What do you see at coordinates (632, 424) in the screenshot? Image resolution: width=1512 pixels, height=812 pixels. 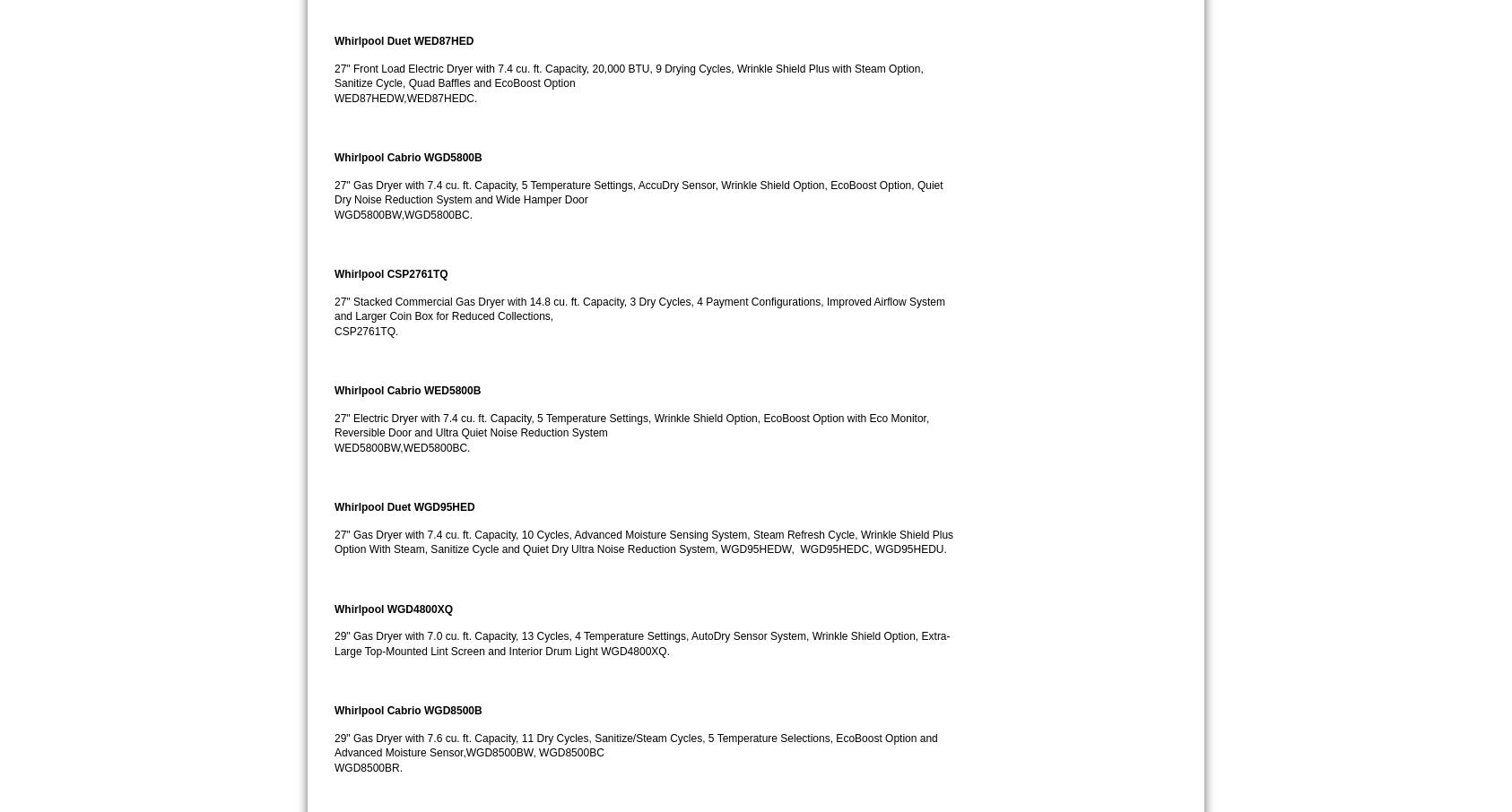 I see `'27" Electric Dryer with 7.4 cu. ft. Capacity, 5 Temperature Settings, Wrinkle Shield Option, EcoBoost Option with Eco Monitor, Reversible Door and Ultra Quiet Noise Reduction System'` at bounding box center [632, 424].